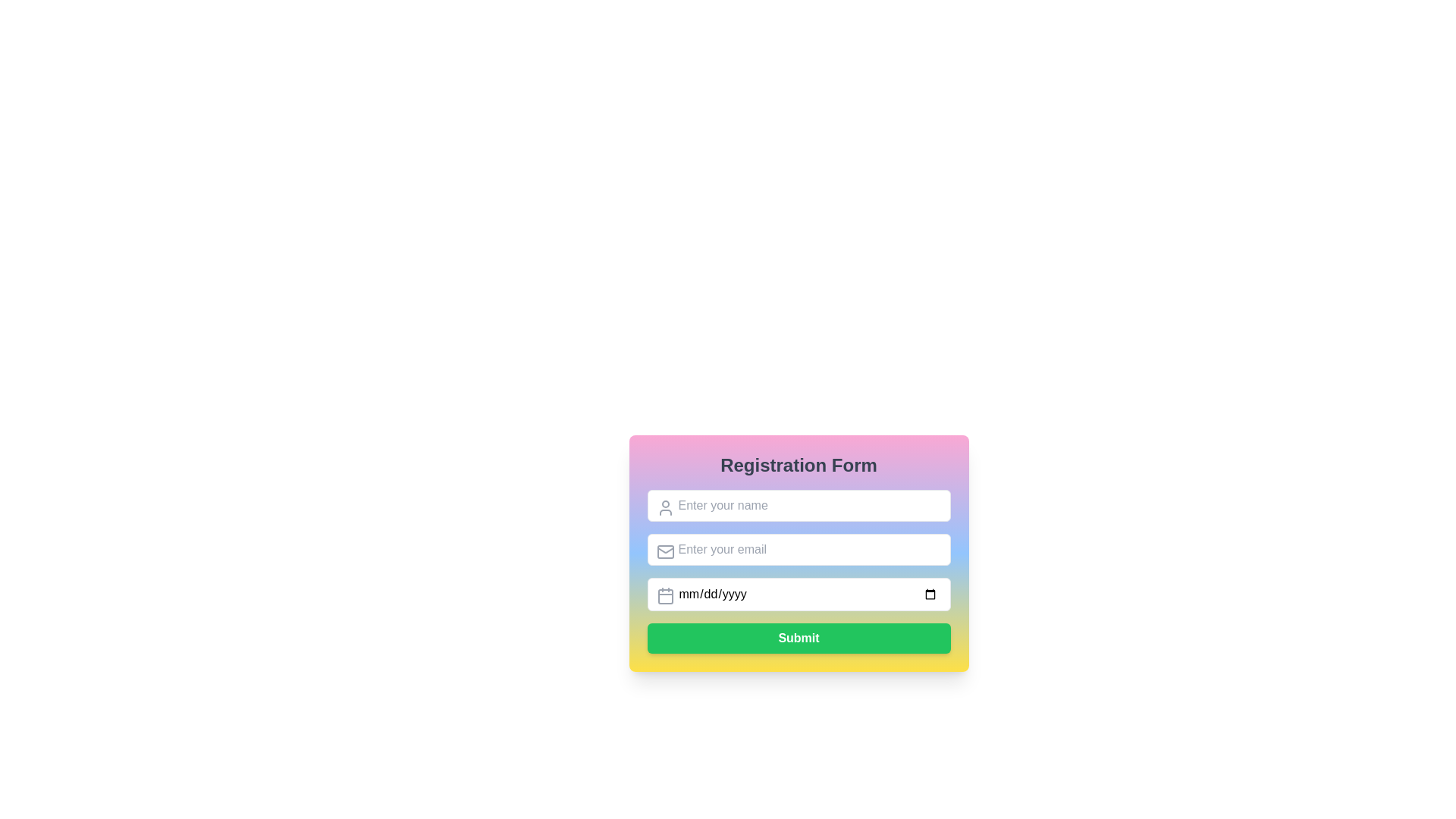  Describe the element at coordinates (665, 595) in the screenshot. I see `the date selection icon located to the left of the 'mm/dd/yyyy' input field, which visually indicates the date input functionality` at that location.